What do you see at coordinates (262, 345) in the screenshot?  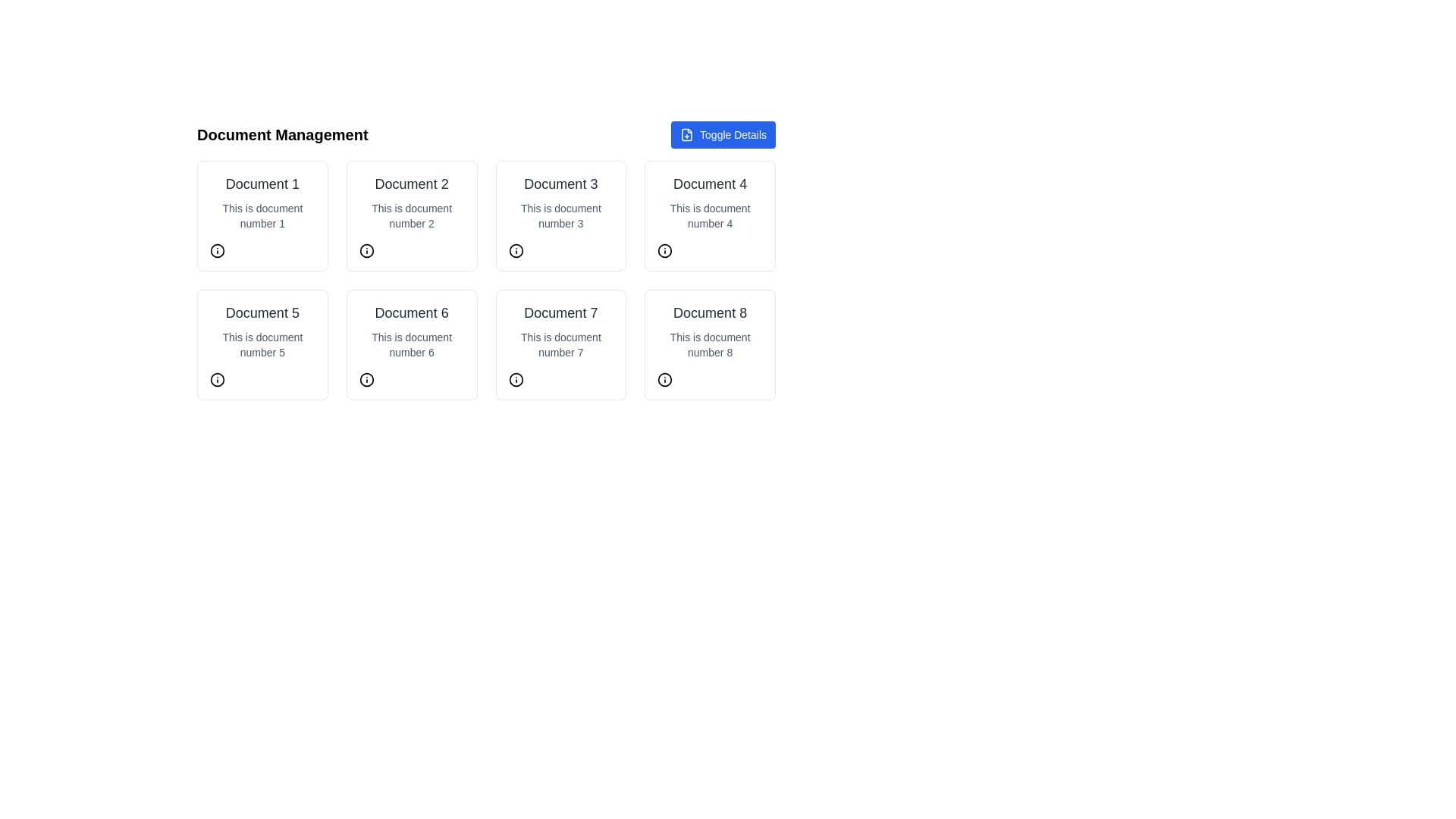 I see `the informational panel titled 'Document 5' that contains the description 'This is document number 5' and an icon in the bottom-left corner` at bounding box center [262, 345].